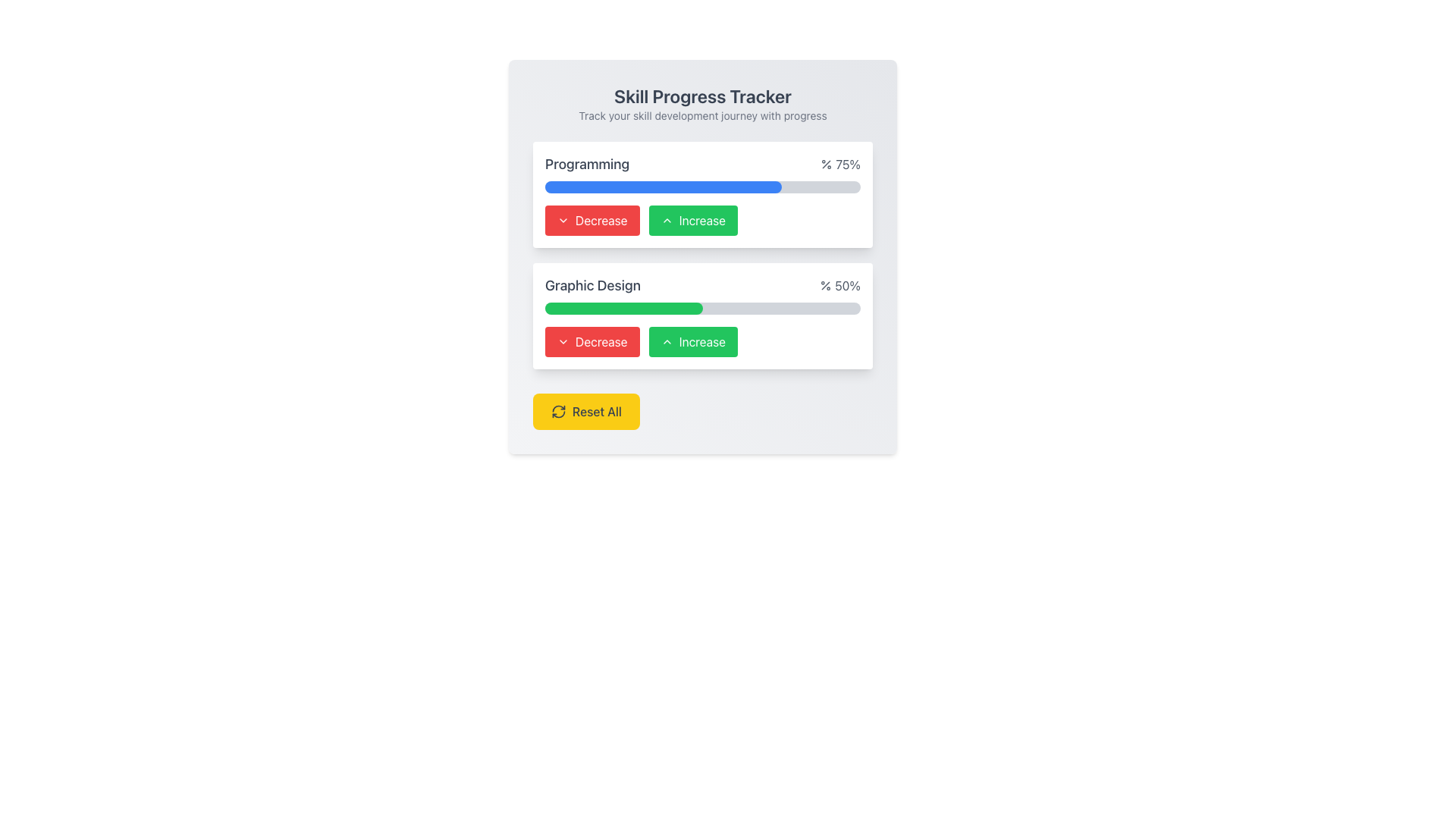 Image resolution: width=1456 pixels, height=819 pixels. I want to click on the decorative diagonal line within the SVG icon representing the percentage symbol, located to the left of the Programming progress percentage text (75%) in the top progress tracker box, so click(826, 164).